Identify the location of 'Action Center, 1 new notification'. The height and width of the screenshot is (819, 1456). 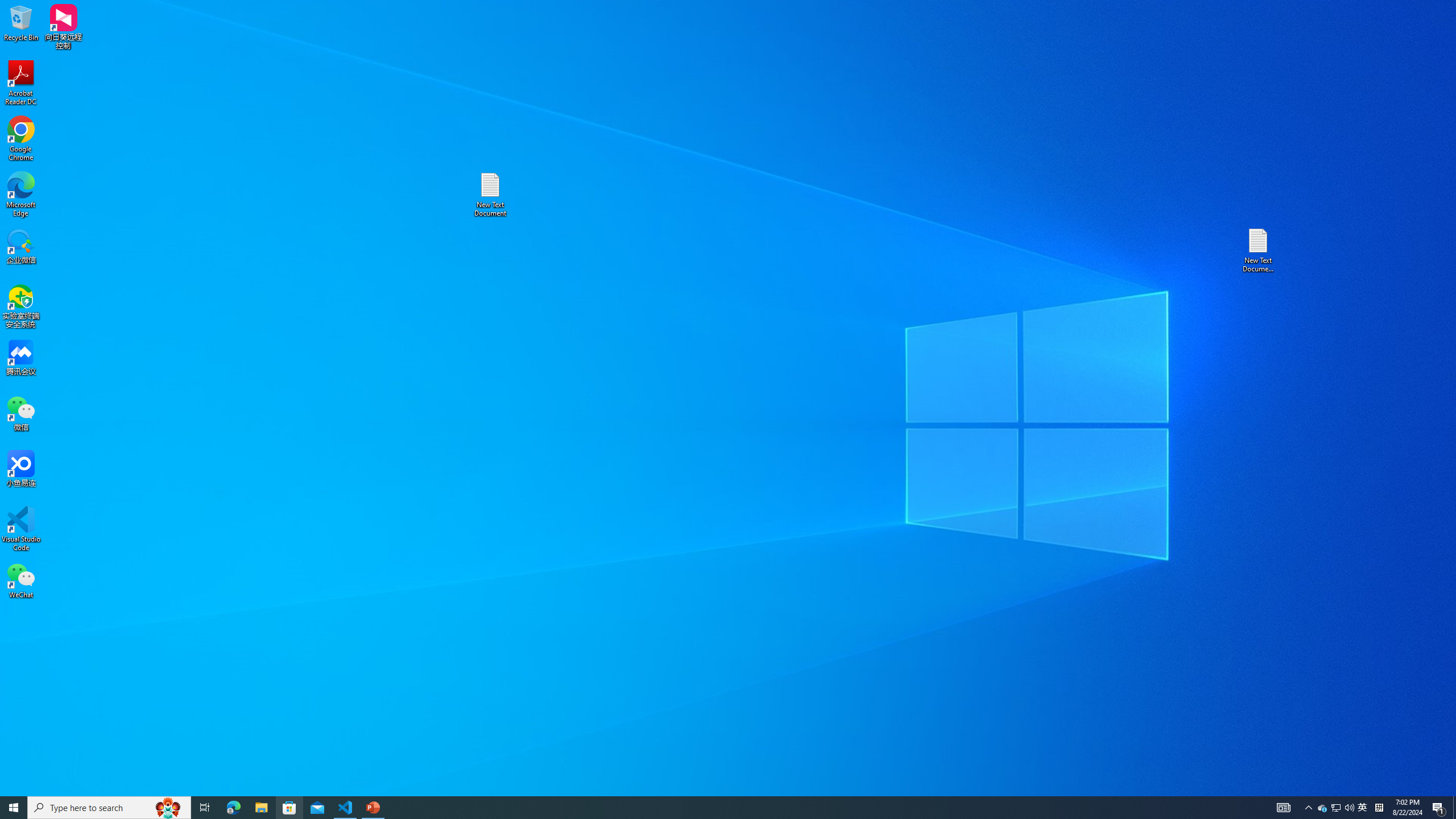
(1439, 806).